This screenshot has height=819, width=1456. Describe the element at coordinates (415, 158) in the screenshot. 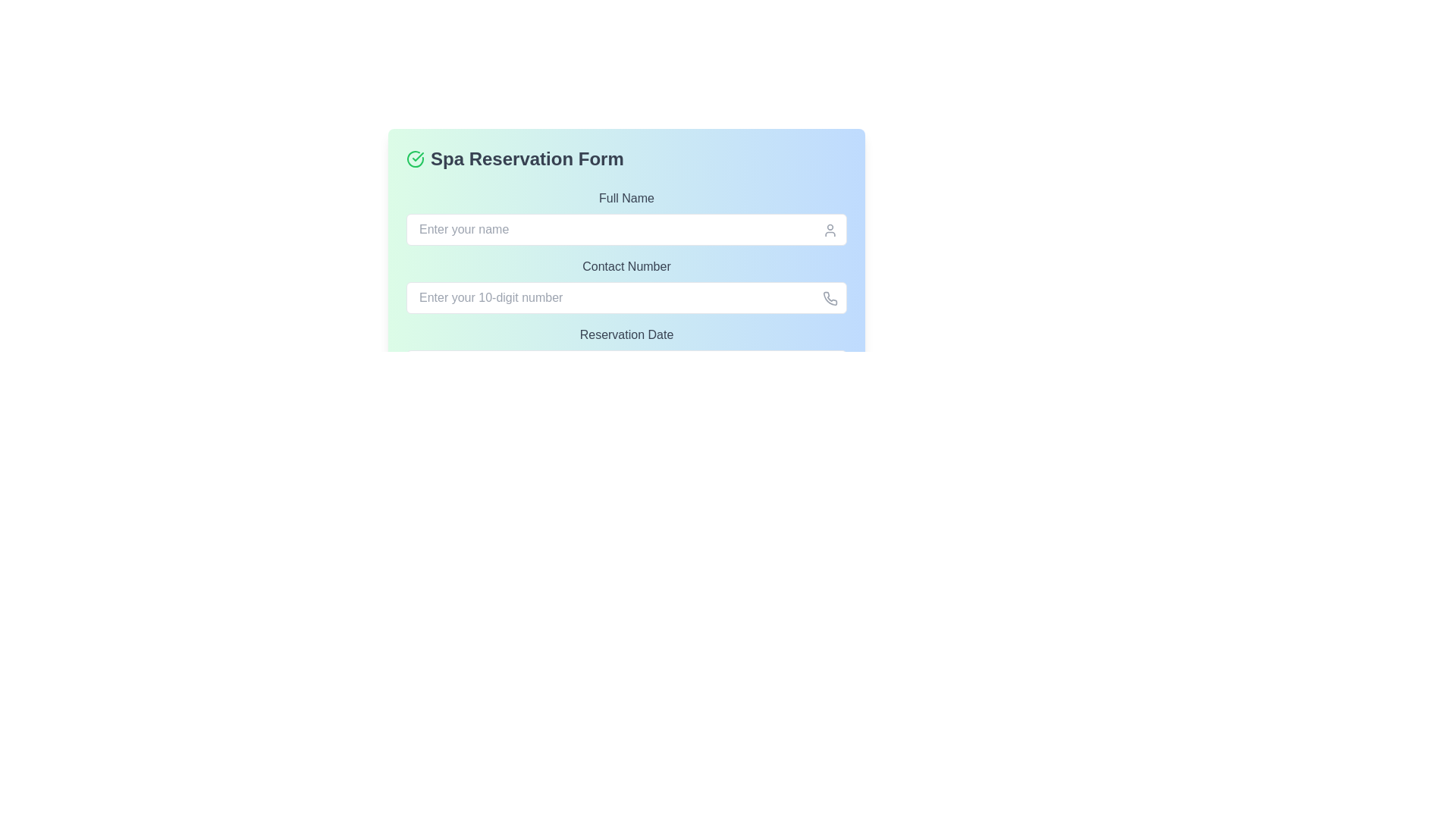

I see `the circular green icon with a checkmark inside it, which is located to the immediate left of the text 'Spa Reservation Form' in the header of the form` at that location.